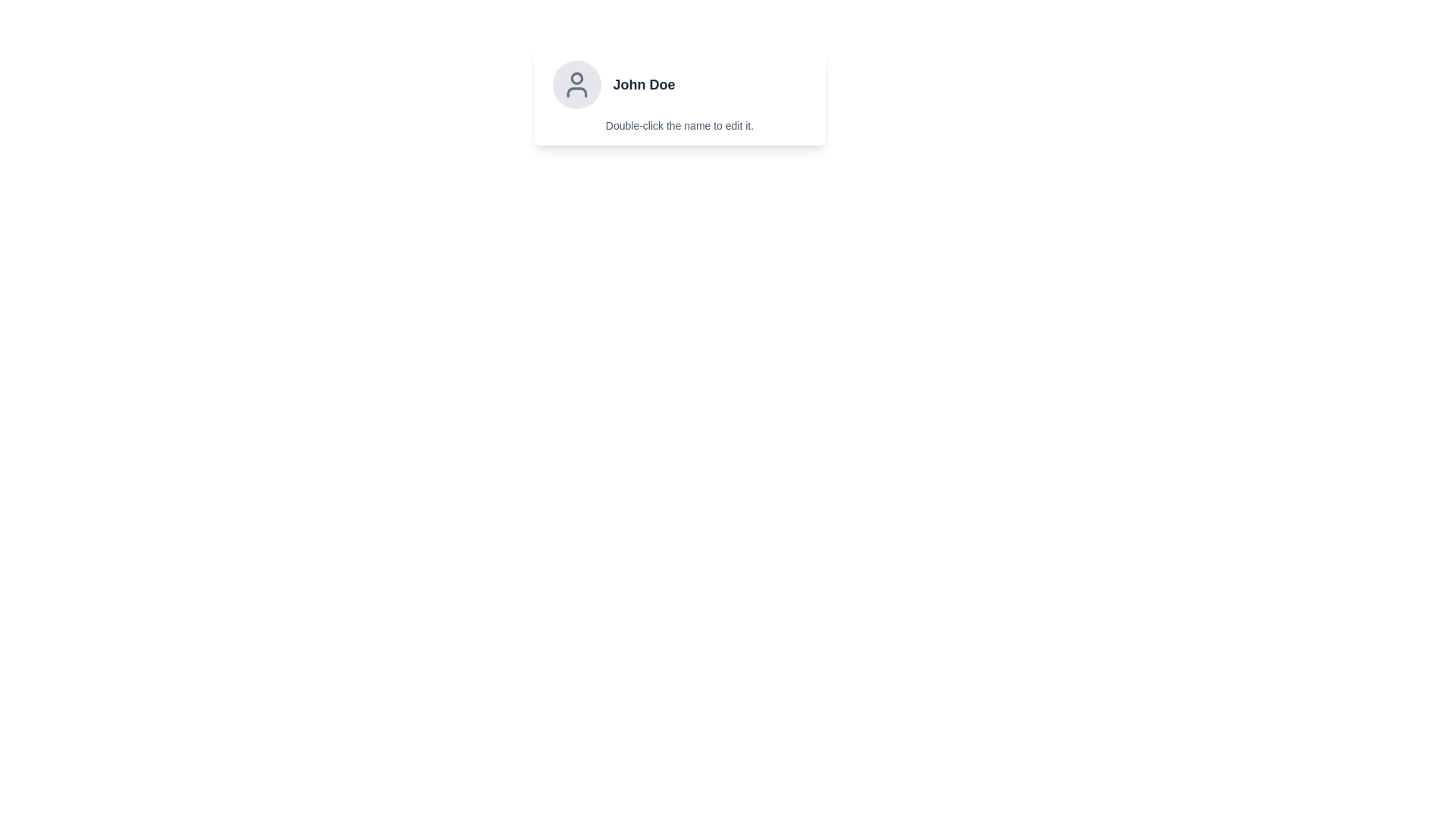 This screenshot has height=819, width=1456. Describe the element at coordinates (576, 78) in the screenshot. I see `the SVG circle element representing the head of the humanoid silhouette in the user avatar icon for the profile of 'John Doe'` at that location.